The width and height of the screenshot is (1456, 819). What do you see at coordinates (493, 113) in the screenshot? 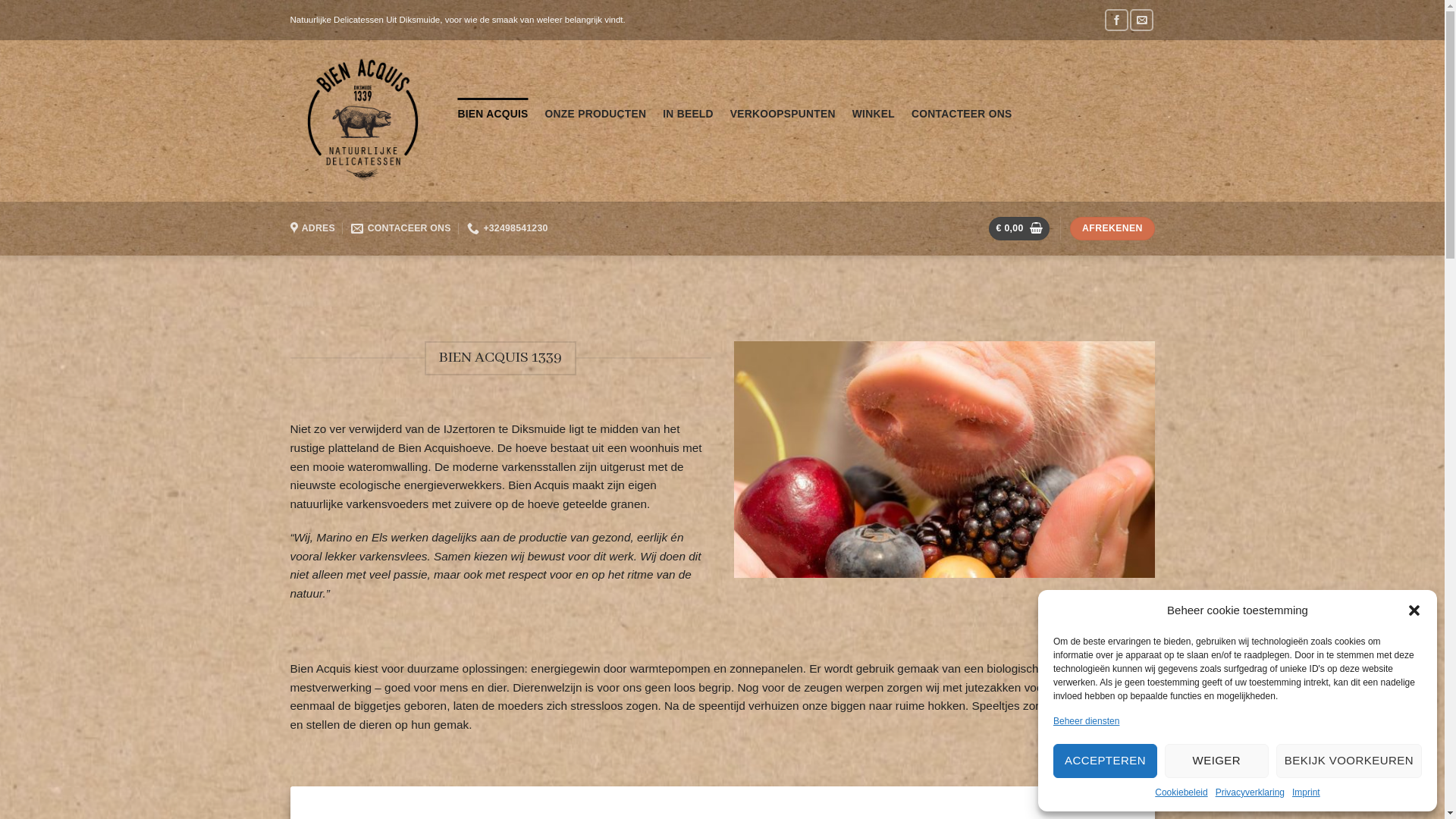
I see `'BIEN ACQUIS'` at bounding box center [493, 113].